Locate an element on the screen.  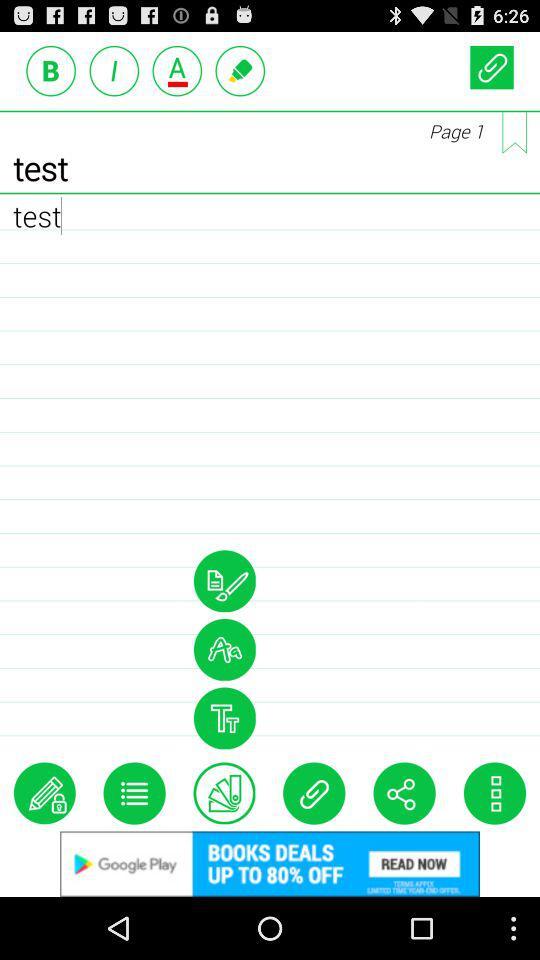
bookmark page is located at coordinates (514, 131).